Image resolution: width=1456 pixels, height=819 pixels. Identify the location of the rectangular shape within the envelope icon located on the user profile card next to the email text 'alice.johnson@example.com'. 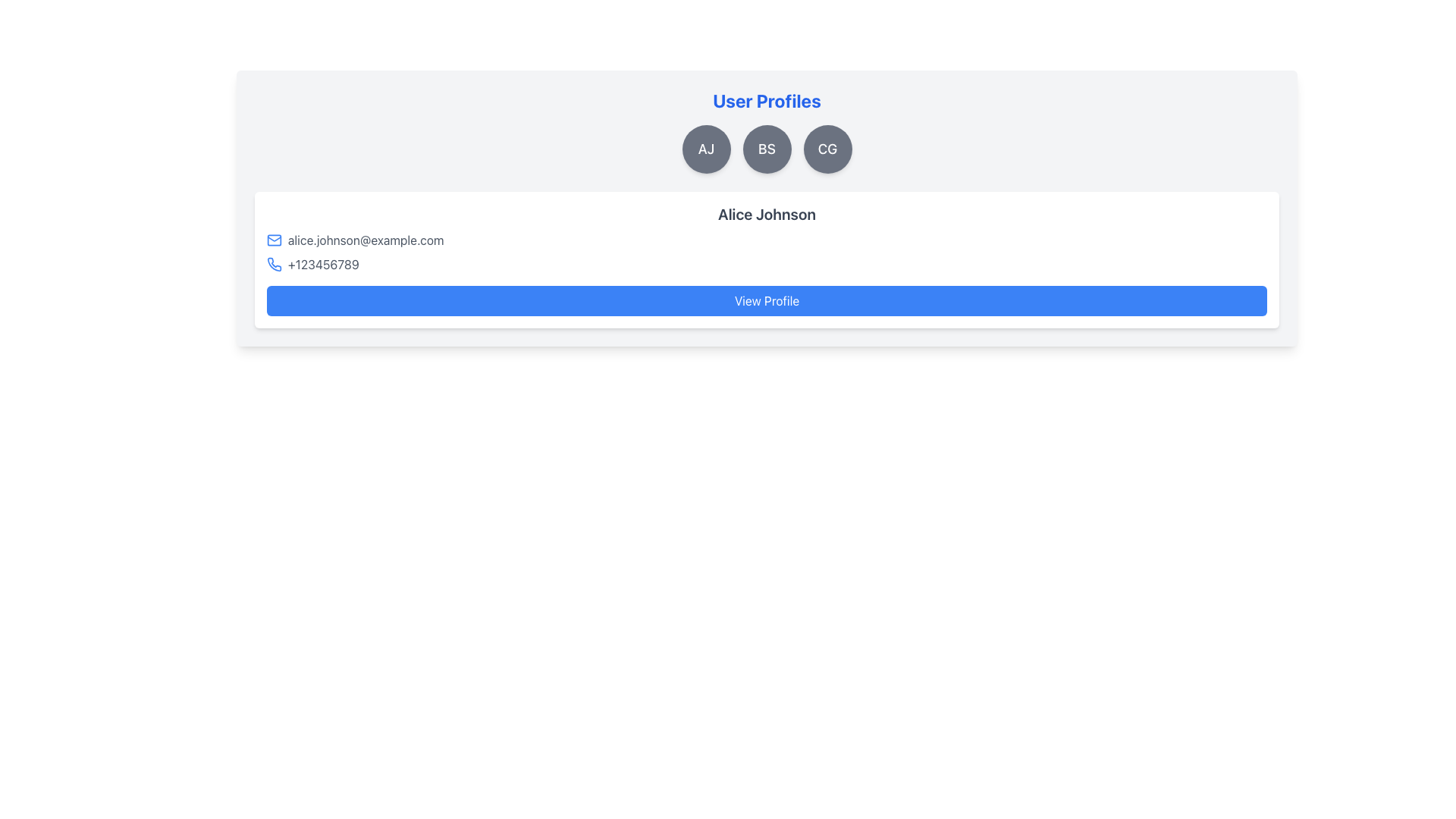
(274, 239).